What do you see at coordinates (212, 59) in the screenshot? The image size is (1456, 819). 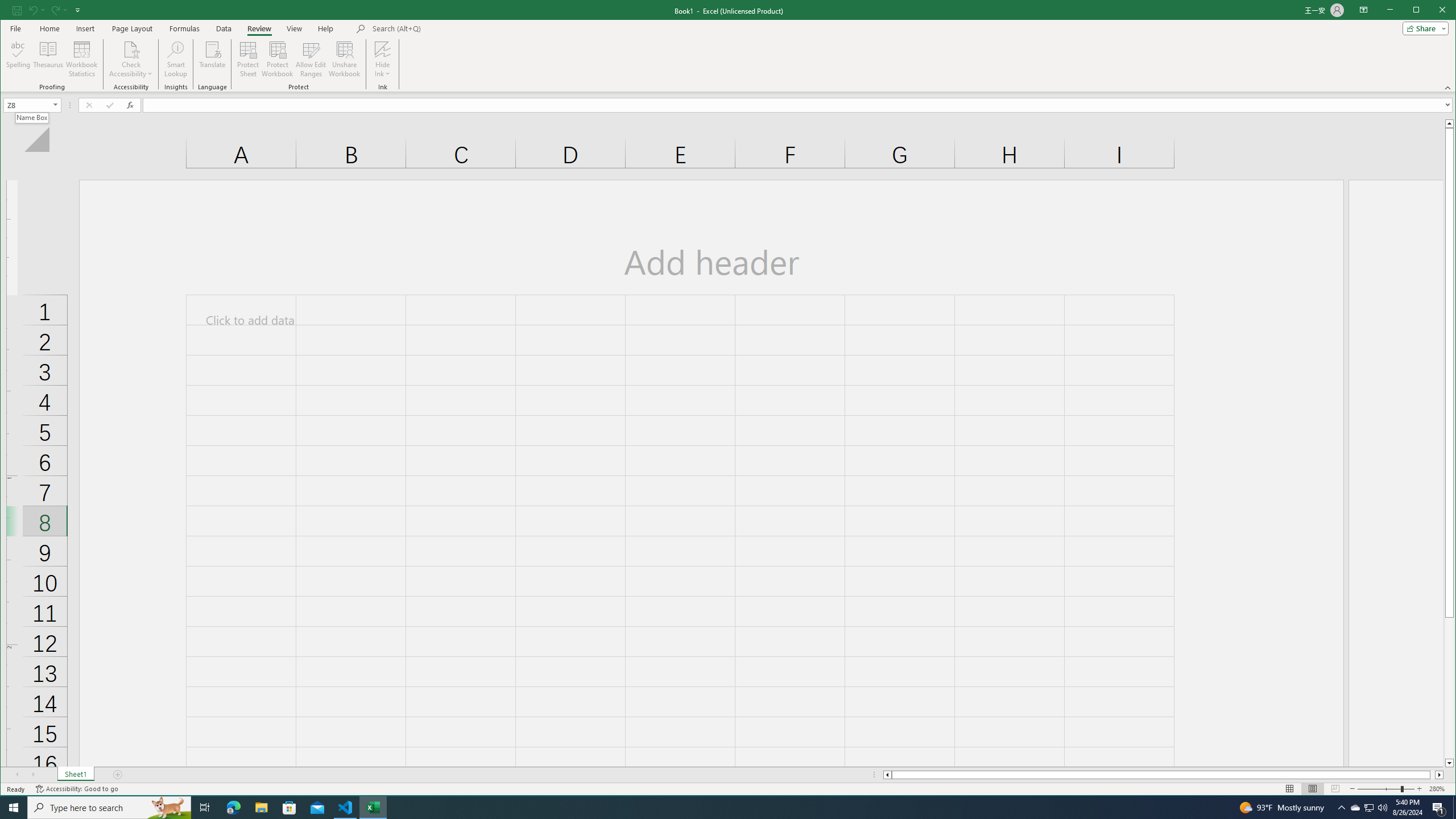 I see `'Translate'` at bounding box center [212, 59].